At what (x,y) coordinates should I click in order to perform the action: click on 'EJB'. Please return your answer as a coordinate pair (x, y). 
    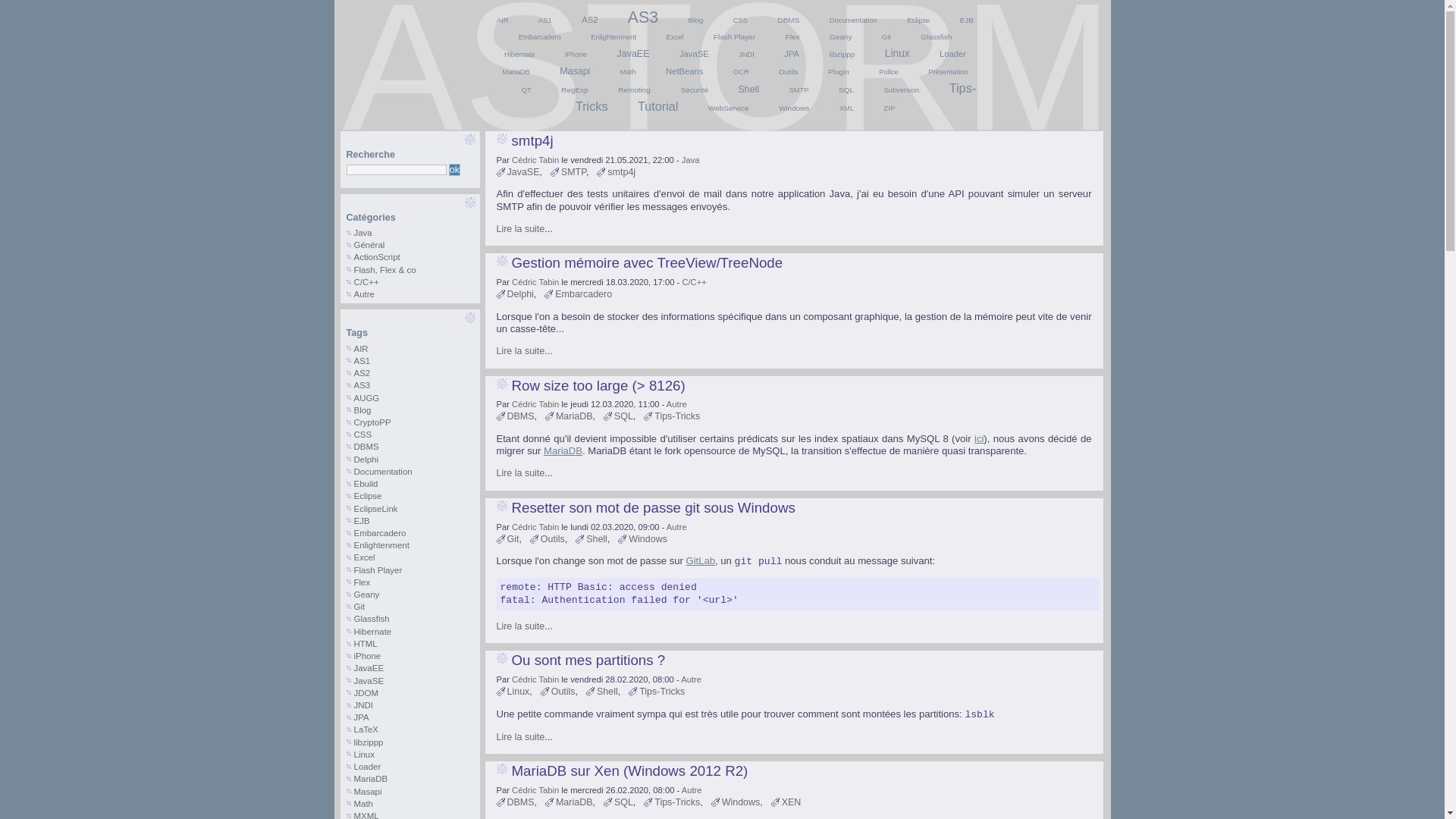
    Looking at the image, I should click on (360, 519).